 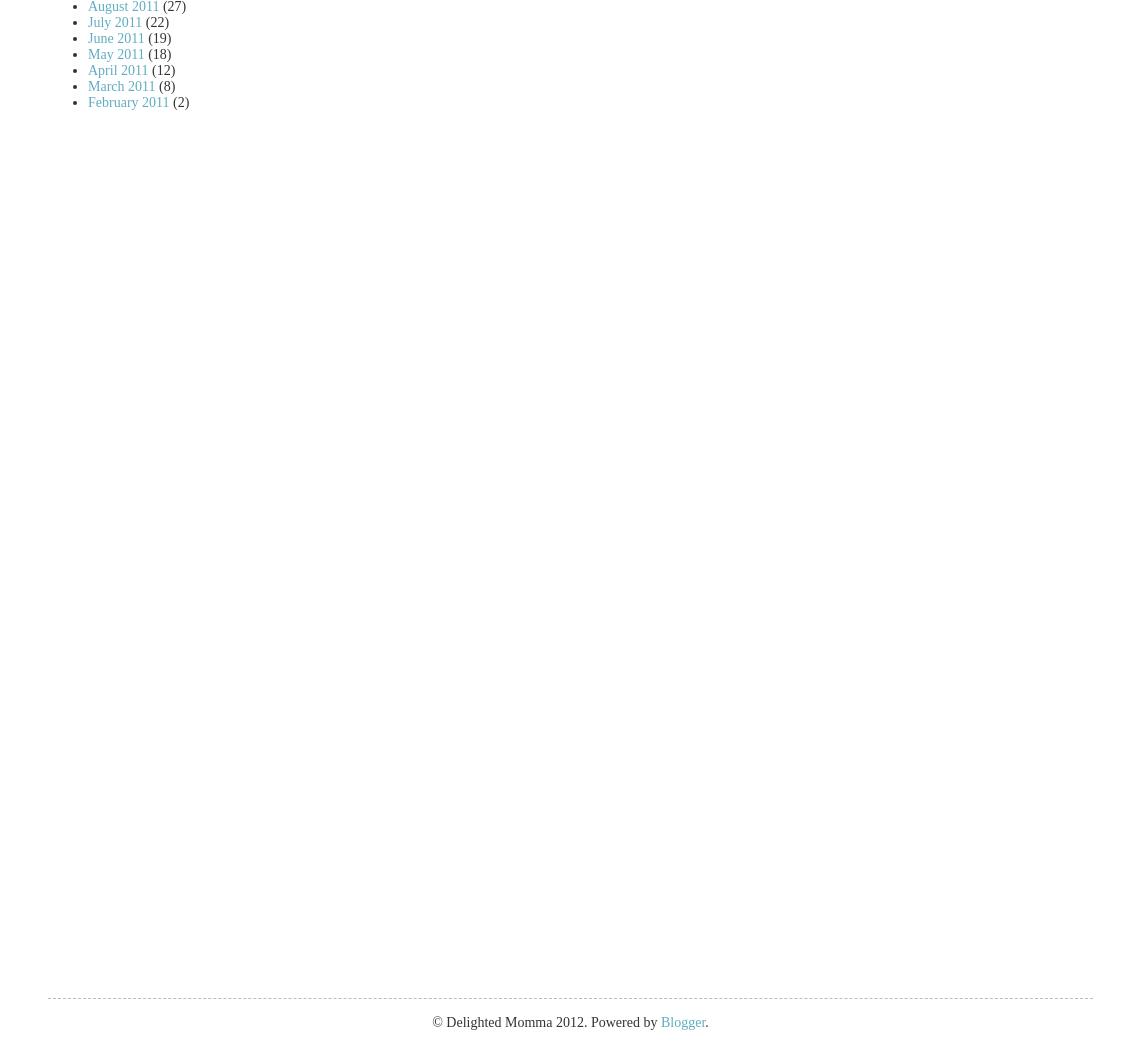 What do you see at coordinates (87, 85) in the screenshot?
I see `'March 2011'` at bounding box center [87, 85].